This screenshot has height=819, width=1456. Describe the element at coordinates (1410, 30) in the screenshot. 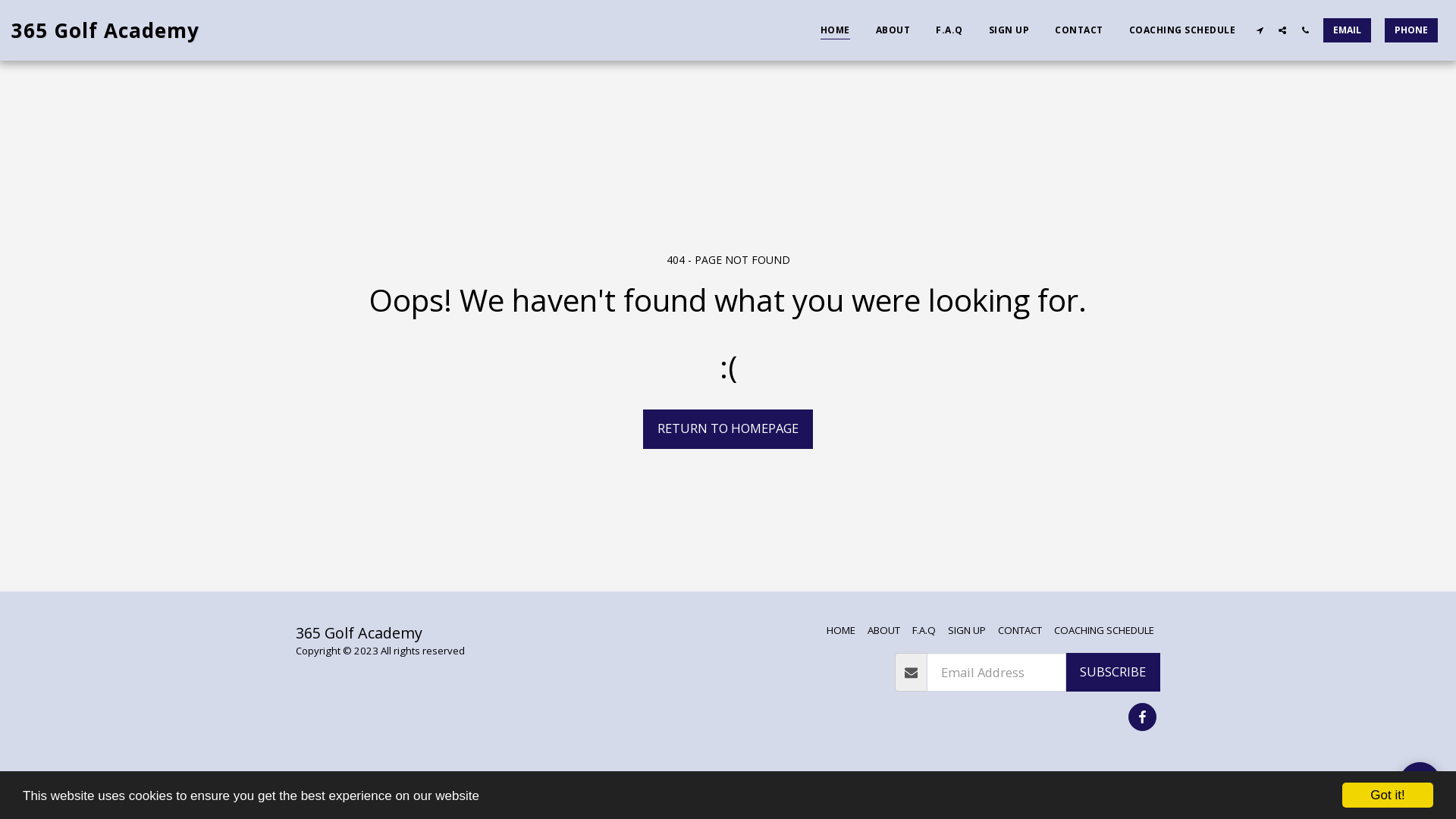

I see `'PHONE'` at that location.